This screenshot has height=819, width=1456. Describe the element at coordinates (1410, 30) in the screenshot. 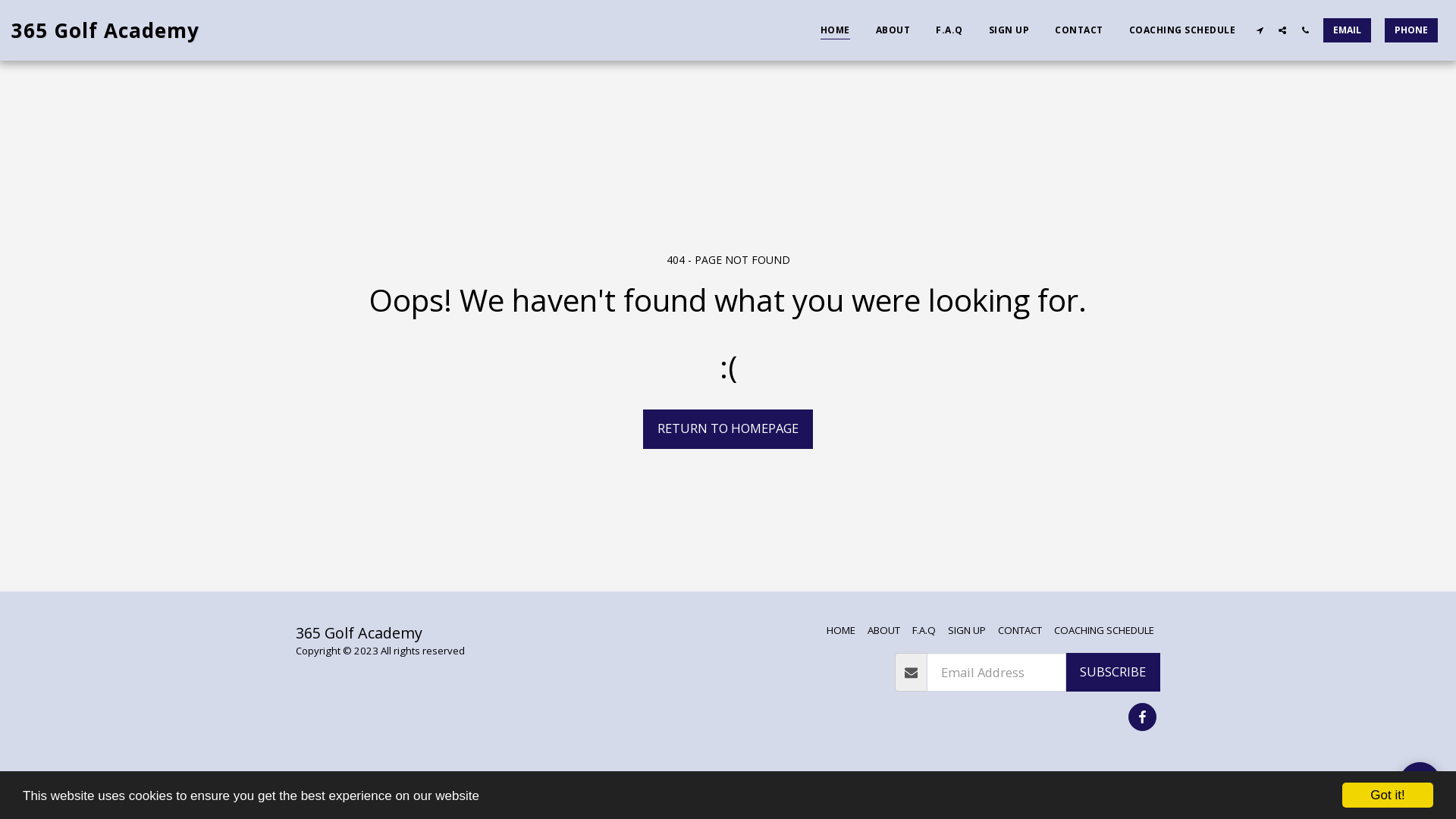

I see `'PHONE'` at that location.